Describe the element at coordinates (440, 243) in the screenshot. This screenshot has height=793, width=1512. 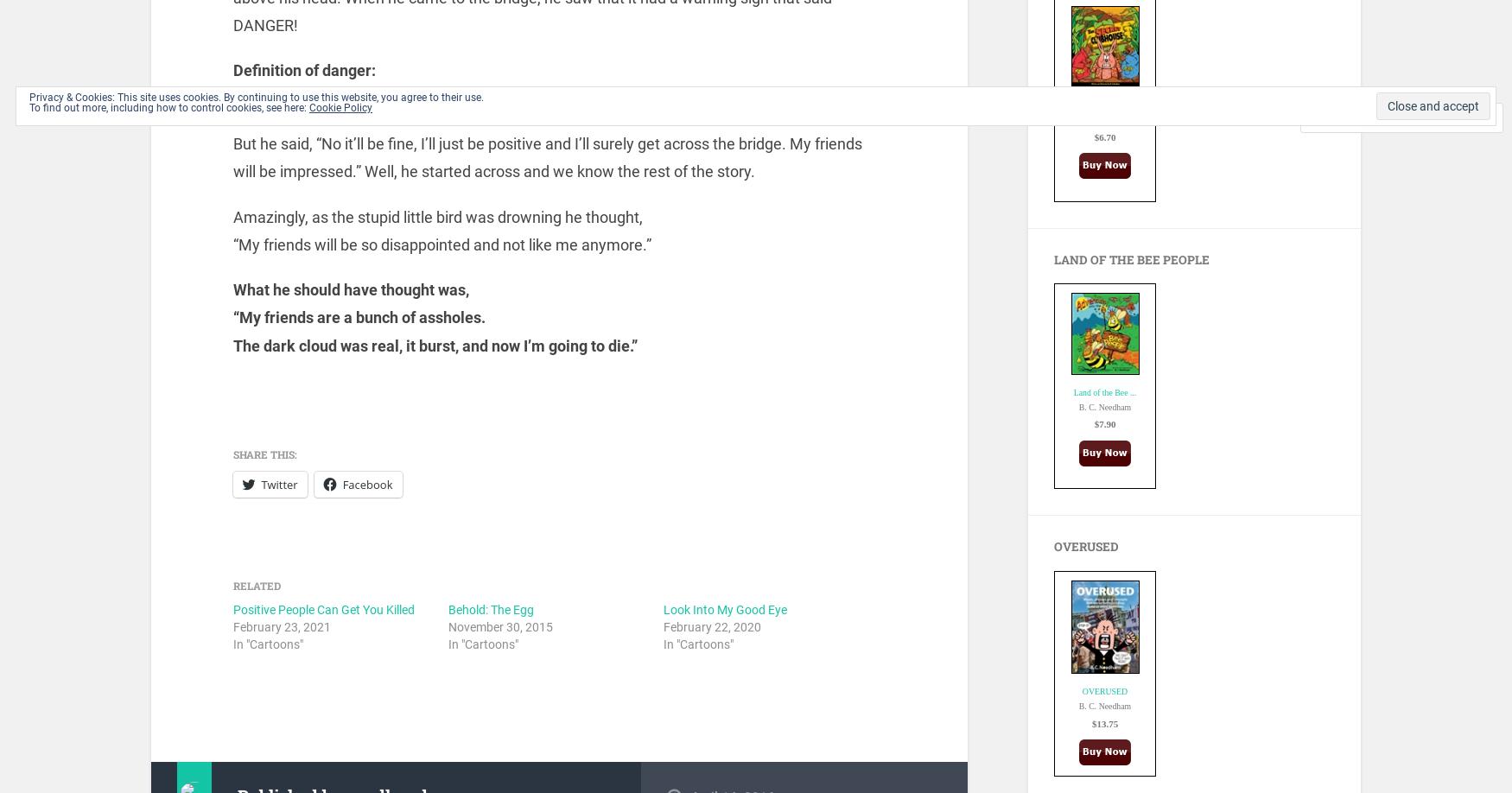
I see `'“My friends will be so disappointed and not like me anymore.”'` at that location.